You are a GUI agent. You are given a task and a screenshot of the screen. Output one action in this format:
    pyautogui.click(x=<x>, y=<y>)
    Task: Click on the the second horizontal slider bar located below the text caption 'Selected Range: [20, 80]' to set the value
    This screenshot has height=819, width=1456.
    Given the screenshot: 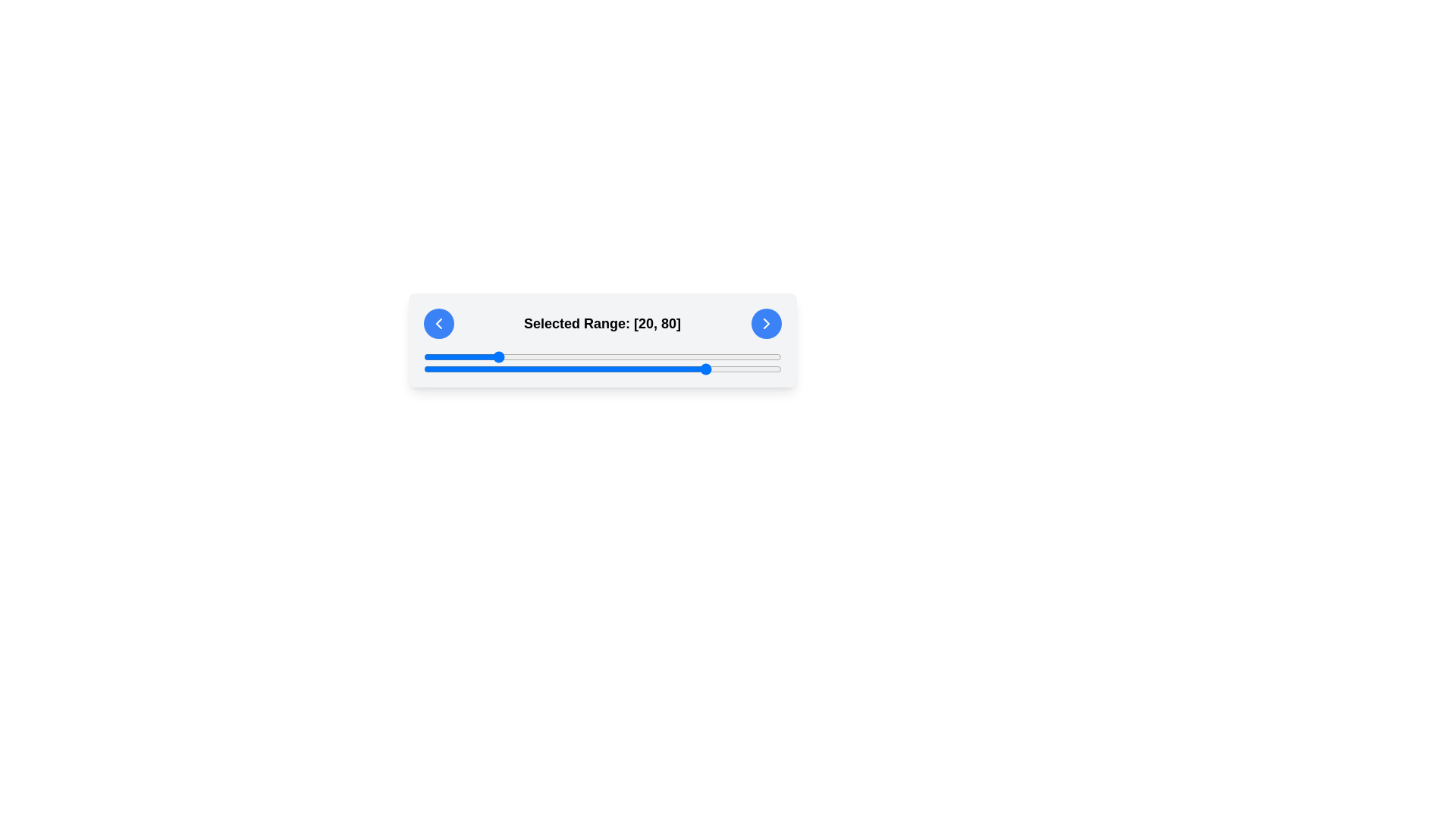 What is the action you would take?
    pyautogui.click(x=601, y=369)
    